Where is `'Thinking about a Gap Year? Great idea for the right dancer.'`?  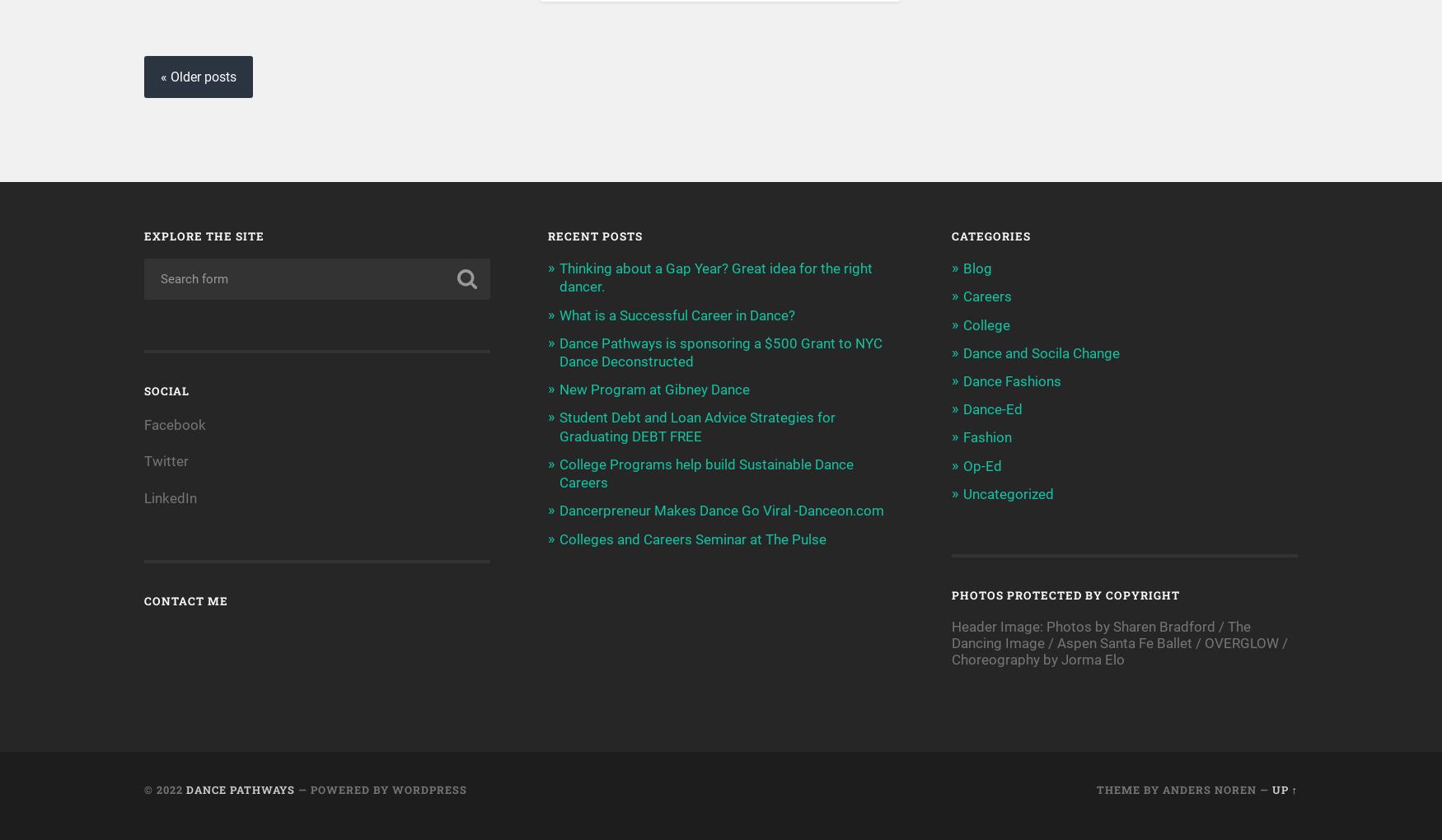 'Thinking about a Gap Year? Great idea for the right dancer.' is located at coordinates (716, 278).